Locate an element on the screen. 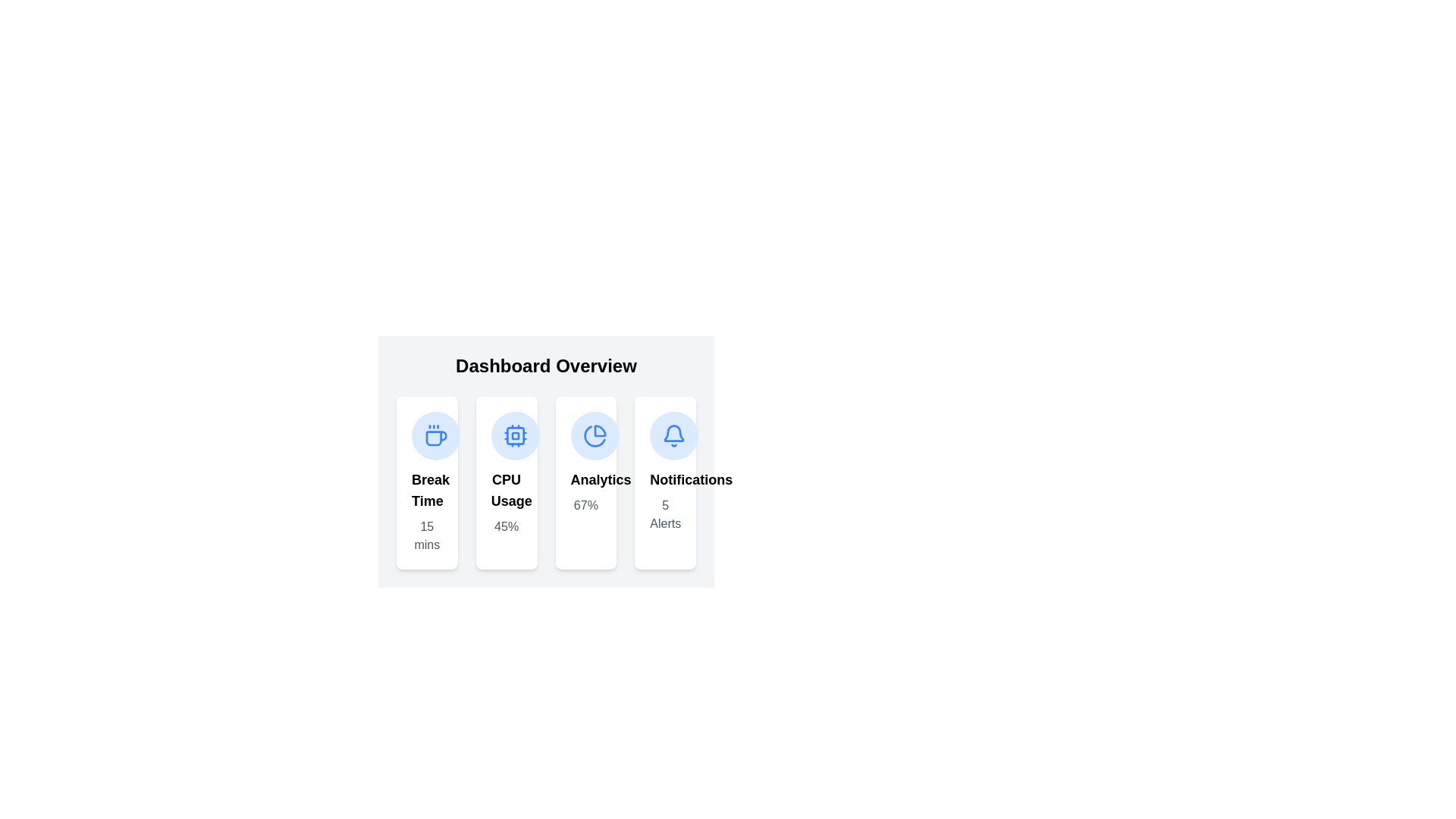 This screenshot has width=1456, height=819. the Information card that displays a blue bell icon at the top with the title 'Notifications' and shows '5 Alerts' below it is located at coordinates (665, 482).